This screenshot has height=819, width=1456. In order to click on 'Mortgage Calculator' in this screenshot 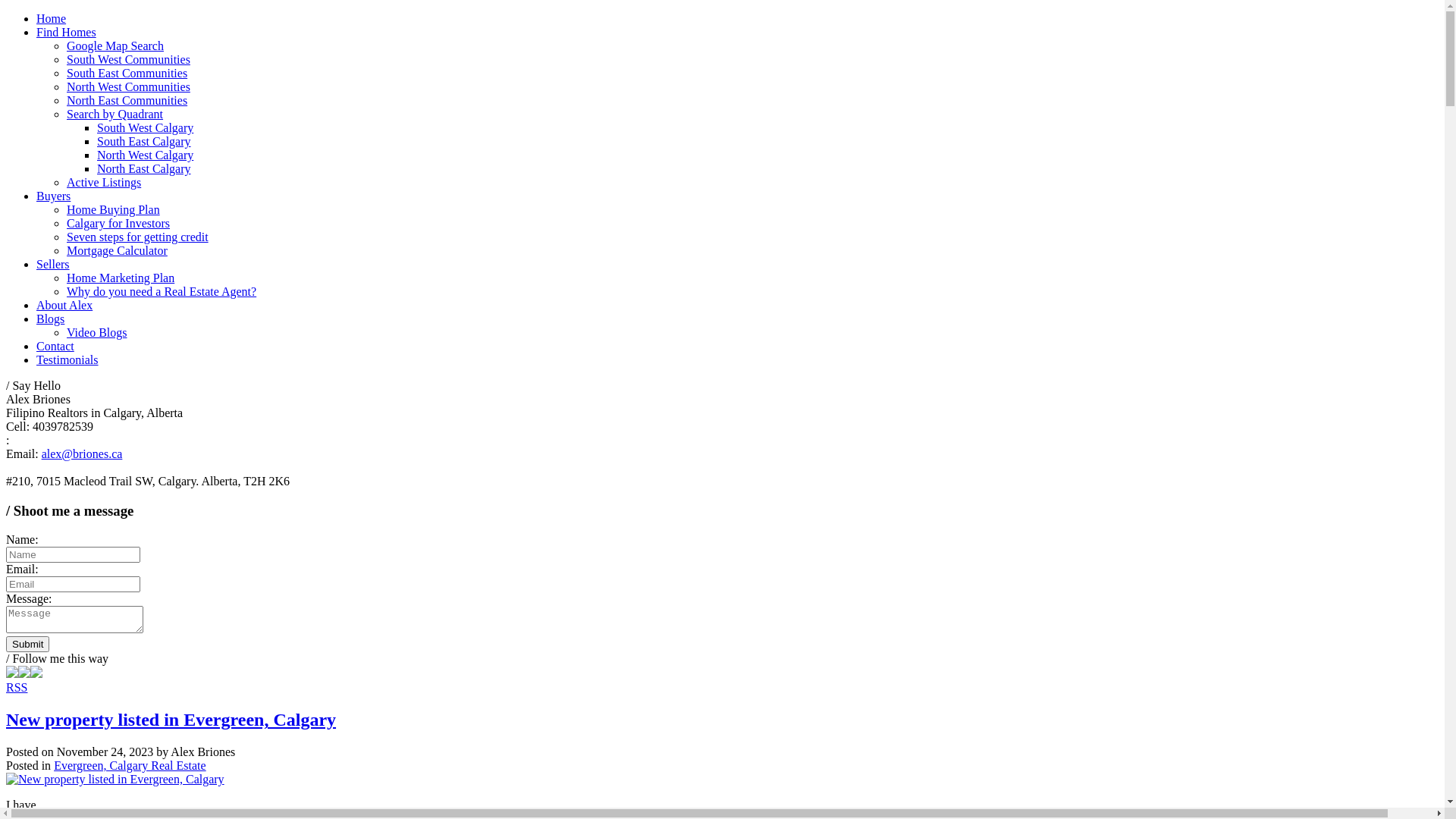, I will do `click(116, 249)`.